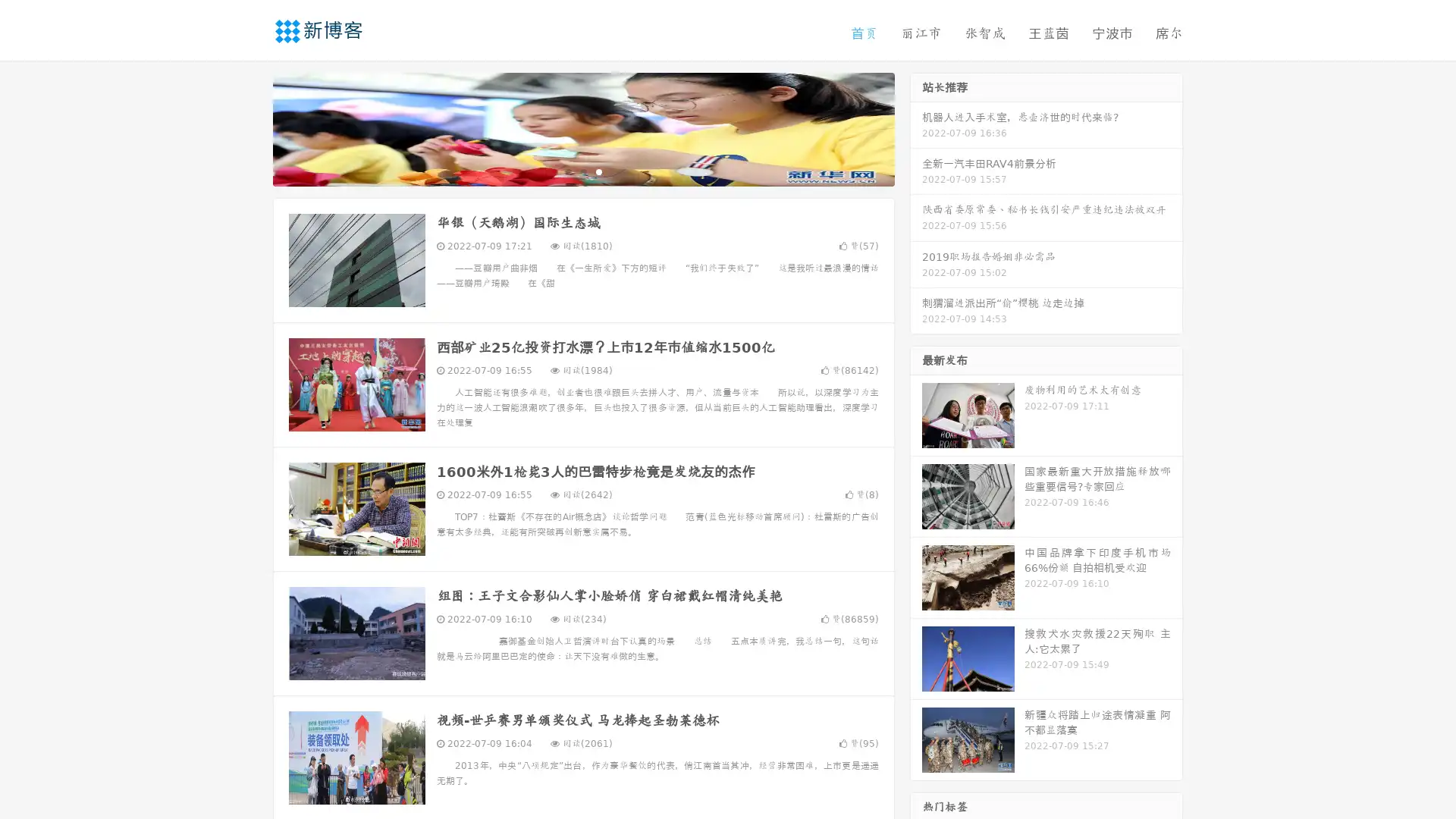  Describe the element at coordinates (250, 127) in the screenshot. I see `Previous slide` at that location.